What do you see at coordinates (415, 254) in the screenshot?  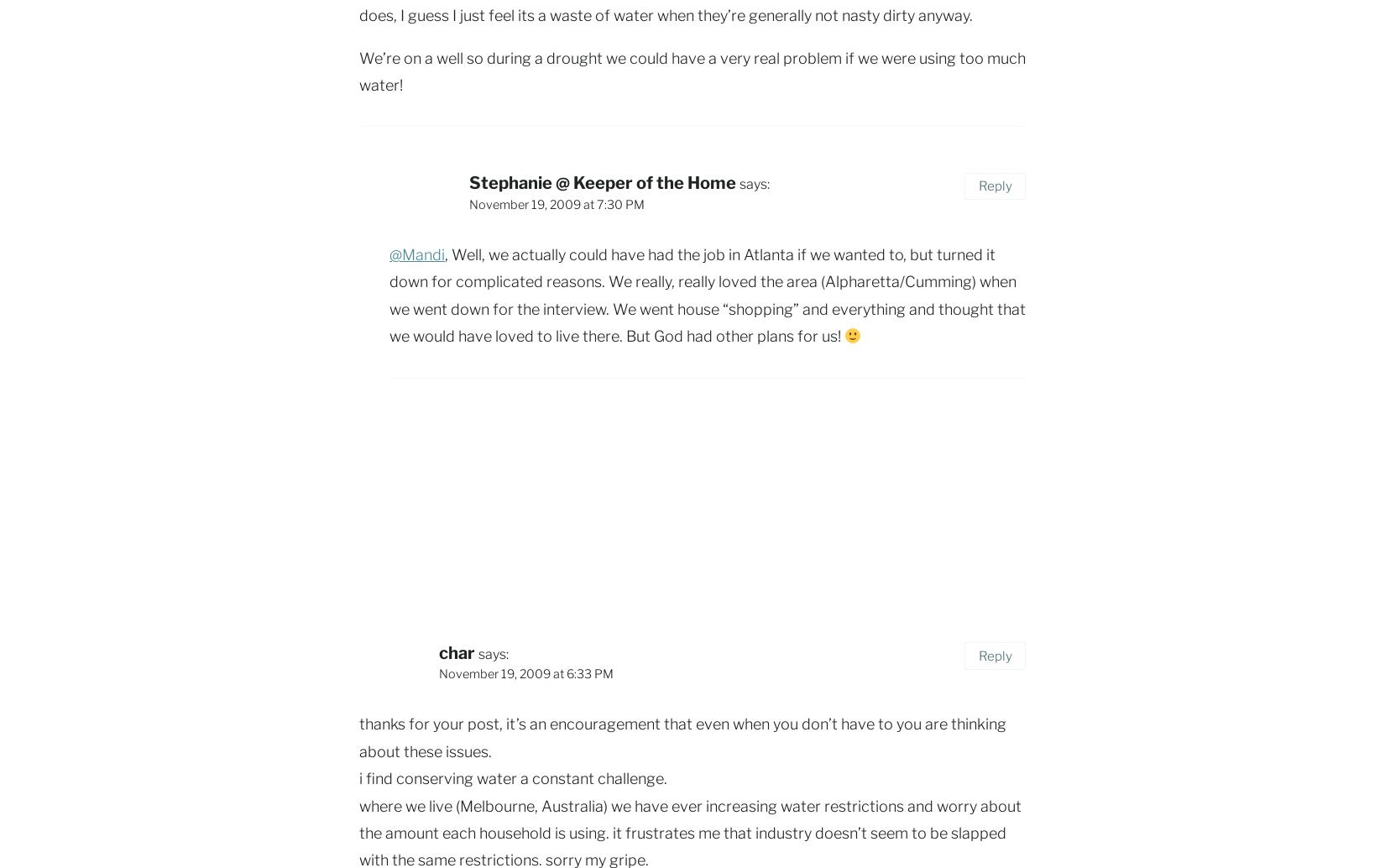 I see `'@Mandi'` at bounding box center [415, 254].